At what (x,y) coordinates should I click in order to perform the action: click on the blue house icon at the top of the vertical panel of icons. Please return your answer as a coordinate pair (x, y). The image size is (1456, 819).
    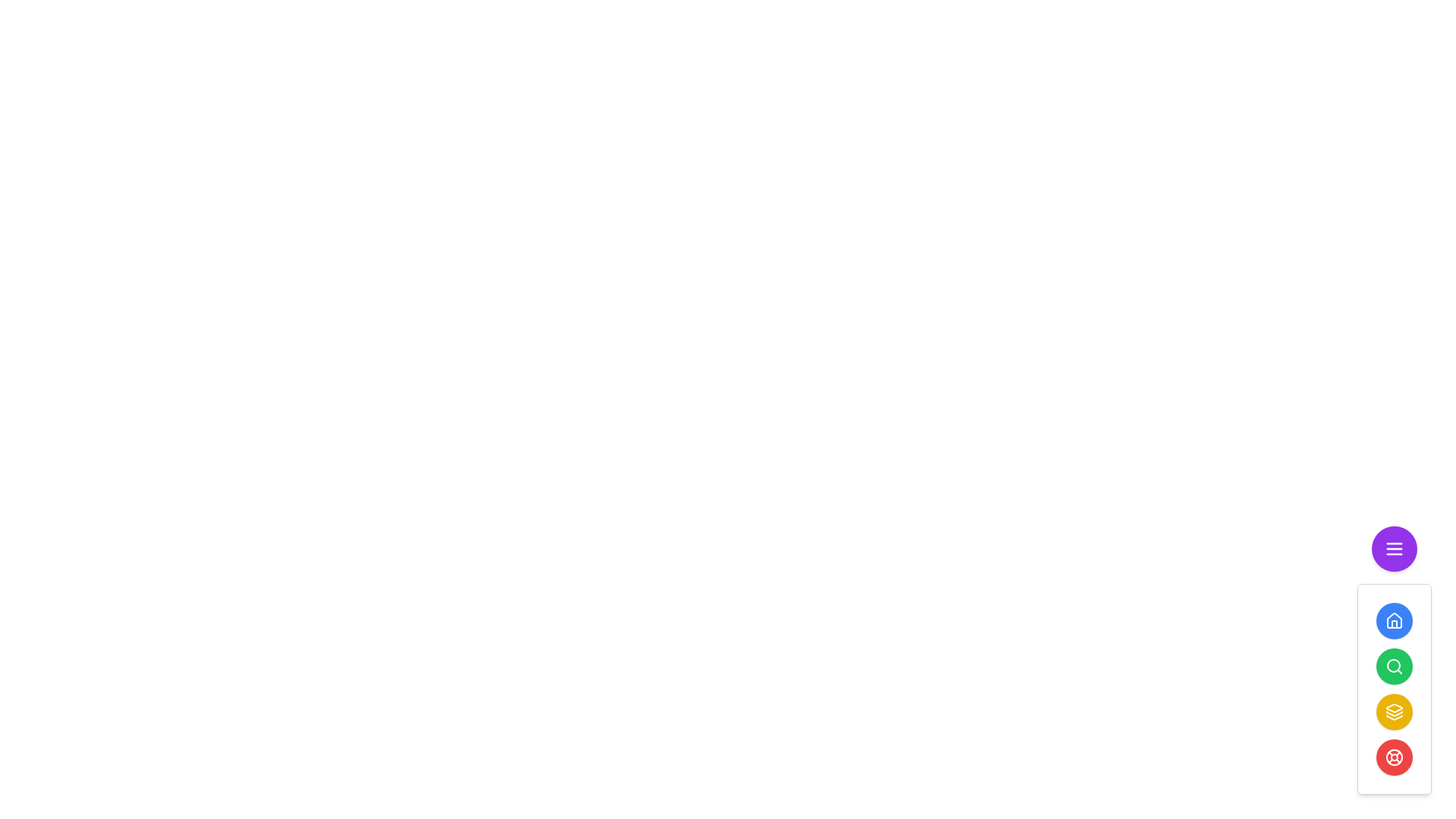
    Looking at the image, I should click on (1394, 620).